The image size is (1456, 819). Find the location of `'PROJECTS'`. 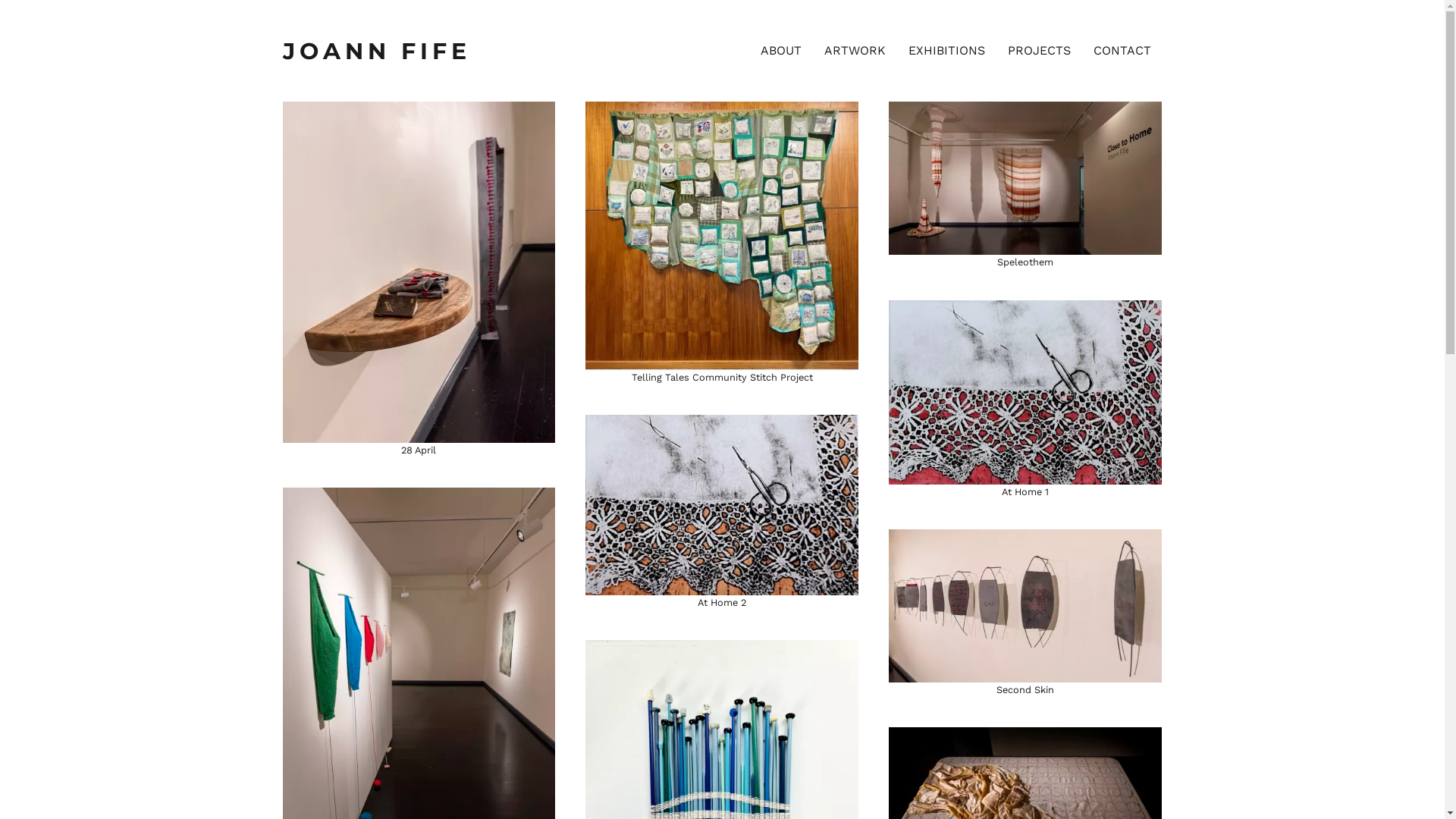

'PROJECTS' is located at coordinates (1038, 49).